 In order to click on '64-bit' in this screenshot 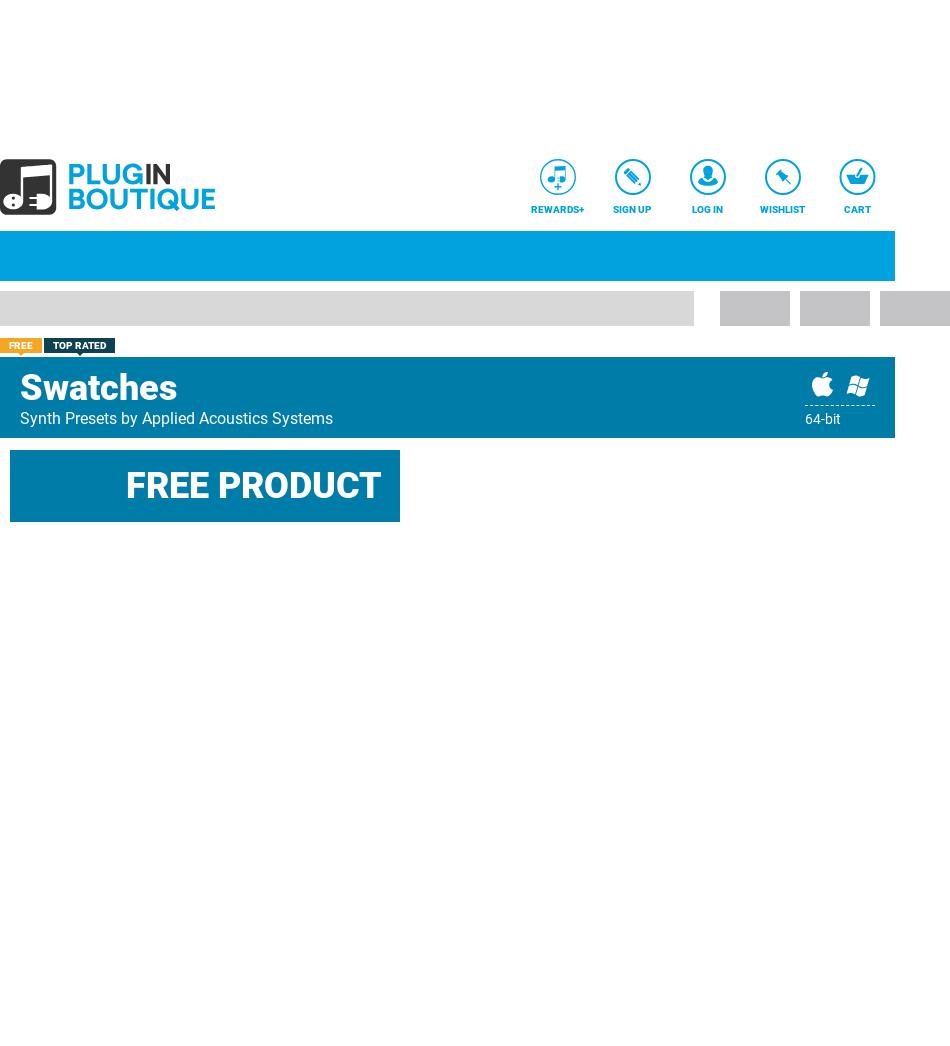, I will do `click(821, 417)`.